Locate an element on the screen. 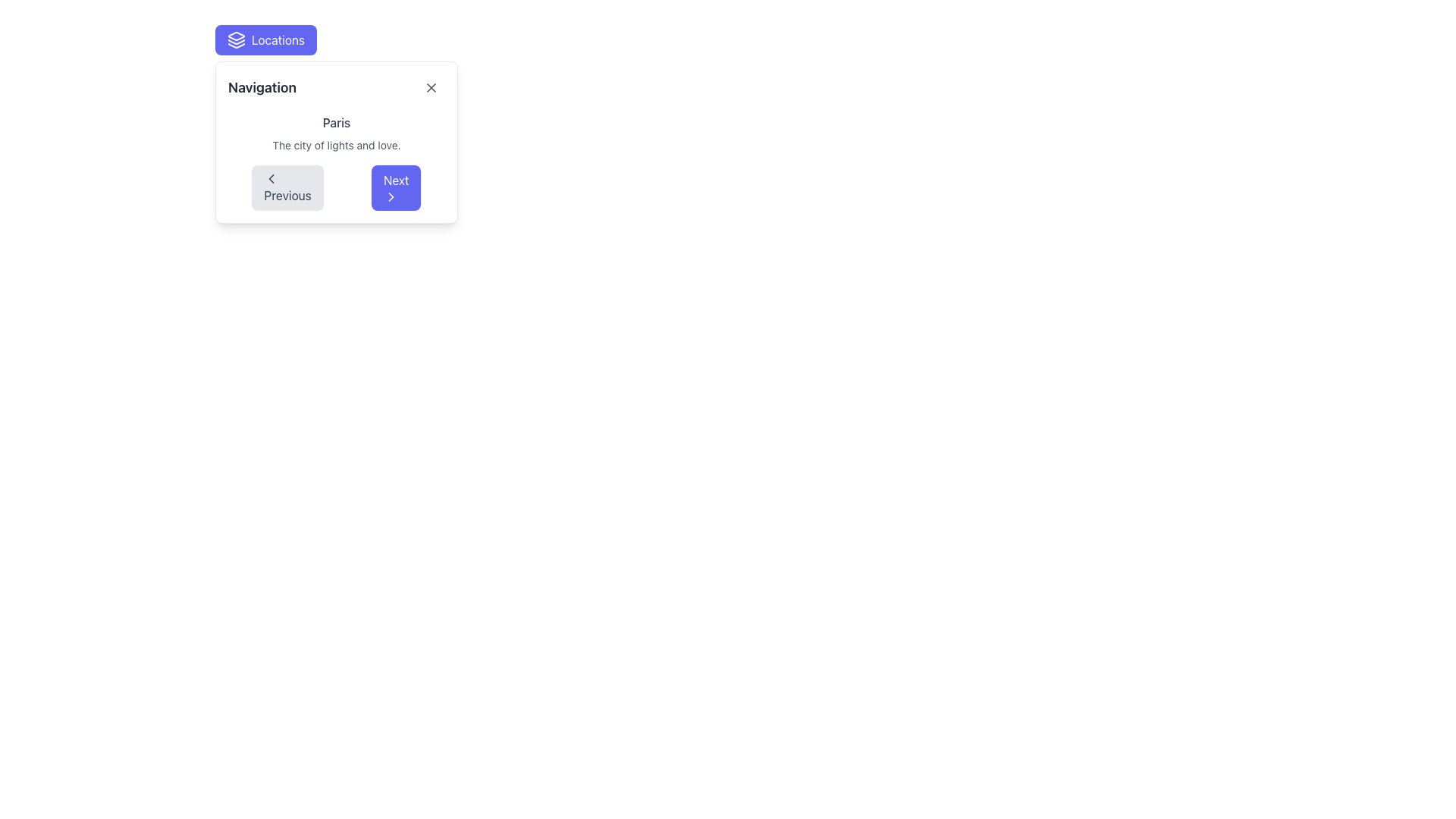 This screenshot has height=819, width=1456. the chevron right SVG icon located inside the 'Next' button in the Navigation panel is located at coordinates (391, 196).